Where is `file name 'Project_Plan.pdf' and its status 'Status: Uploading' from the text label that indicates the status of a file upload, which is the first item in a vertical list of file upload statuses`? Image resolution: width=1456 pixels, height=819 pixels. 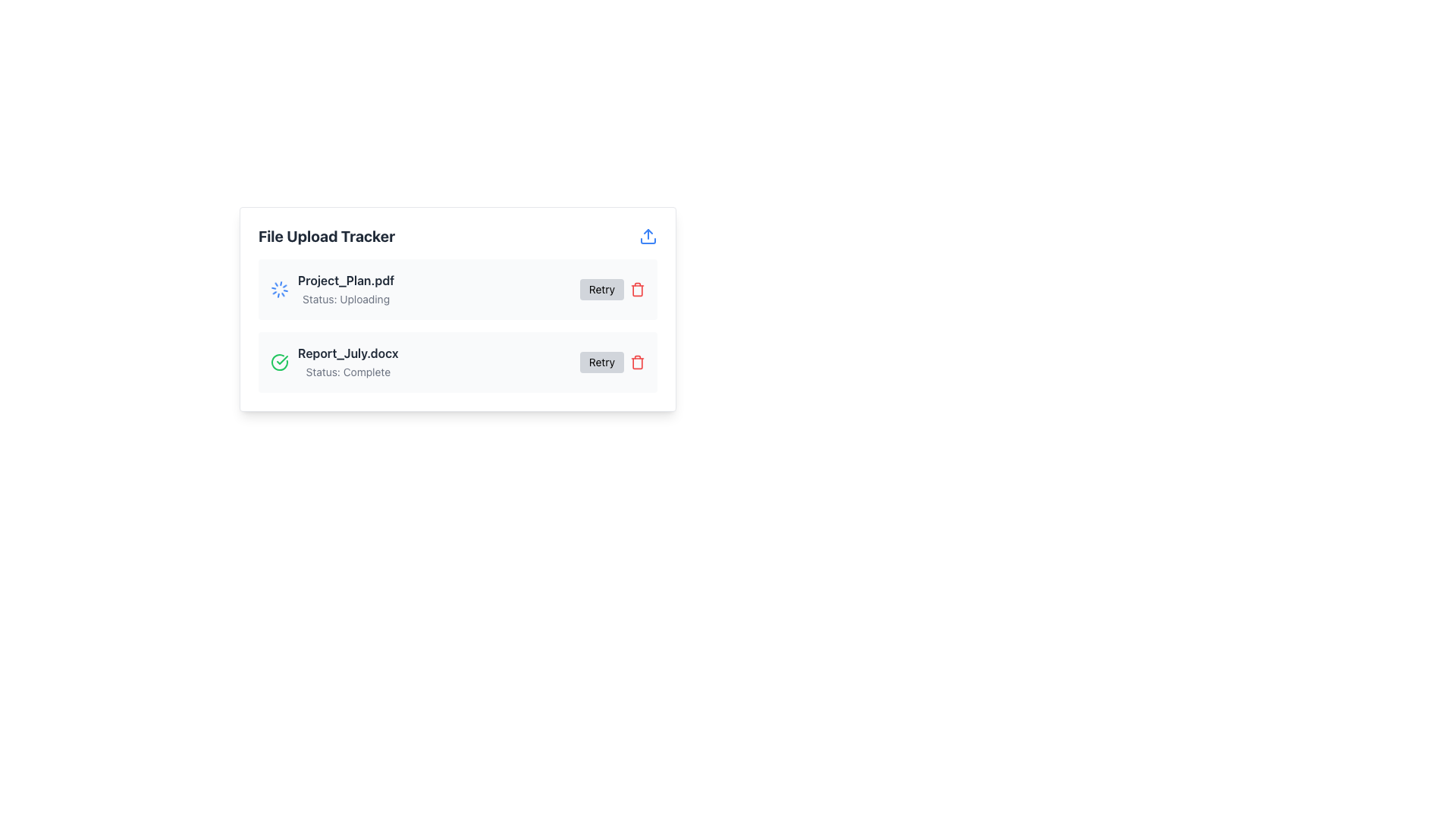
file name 'Project_Plan.pdf' and its status 'Status: Uploading' from the text label that indicates the status of a file upload, which is the first item in a vertical list of file upload statuses is located at coordinates (345, 289).